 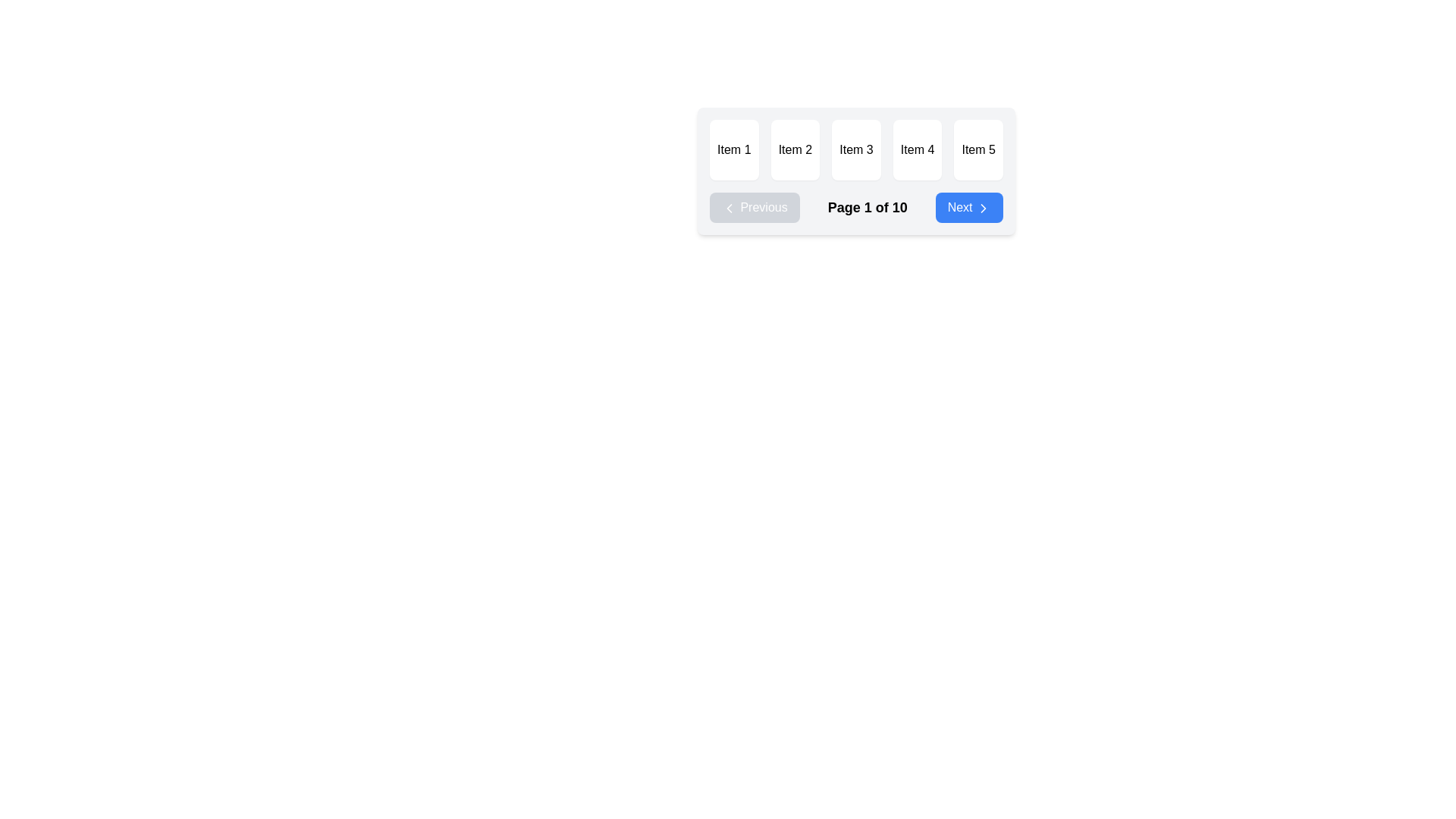 I want to click on the blue rounded button labeled 'Next' with a right arrow icon, so click(x=968, y=207).